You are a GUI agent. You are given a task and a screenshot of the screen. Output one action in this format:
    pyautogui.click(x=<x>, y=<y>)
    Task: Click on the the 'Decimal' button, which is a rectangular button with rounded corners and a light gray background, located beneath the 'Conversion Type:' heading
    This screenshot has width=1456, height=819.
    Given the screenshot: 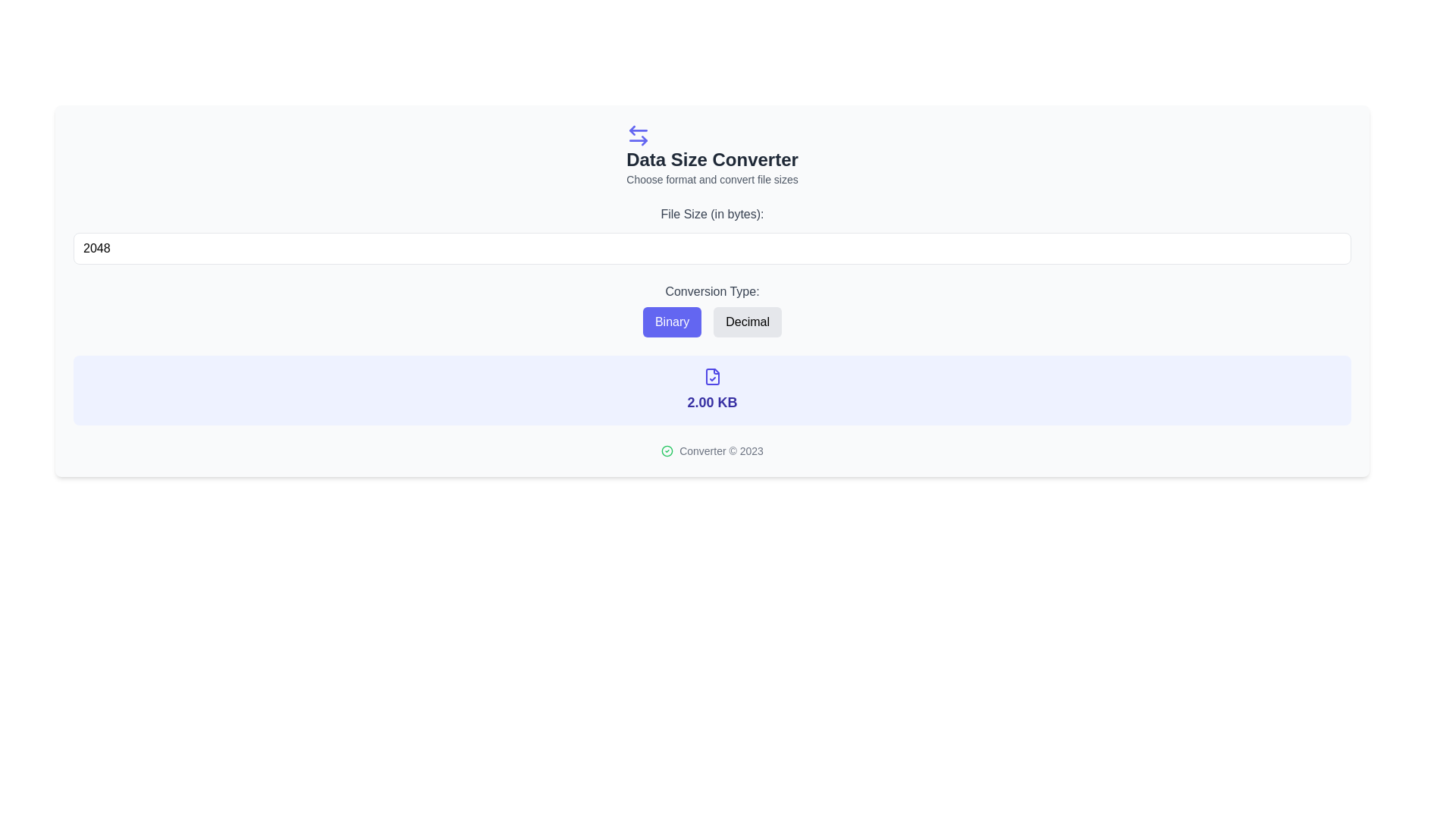 What is the action you would take?
    pyautogui.click(x=748, y=321)
    